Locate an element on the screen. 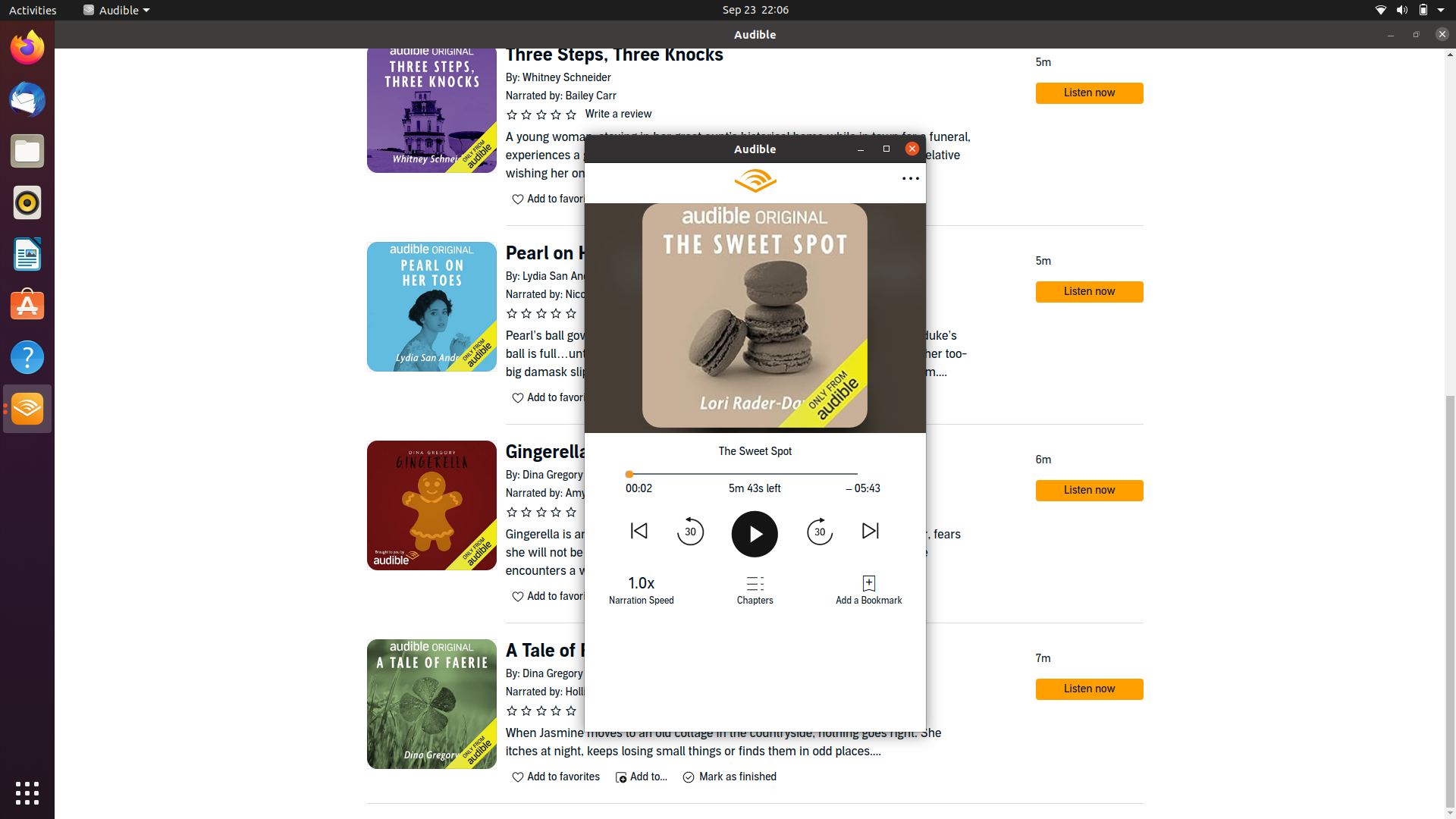 The image size is (1456, 819). the midpoint of the book is located at coordinates (753, 473).